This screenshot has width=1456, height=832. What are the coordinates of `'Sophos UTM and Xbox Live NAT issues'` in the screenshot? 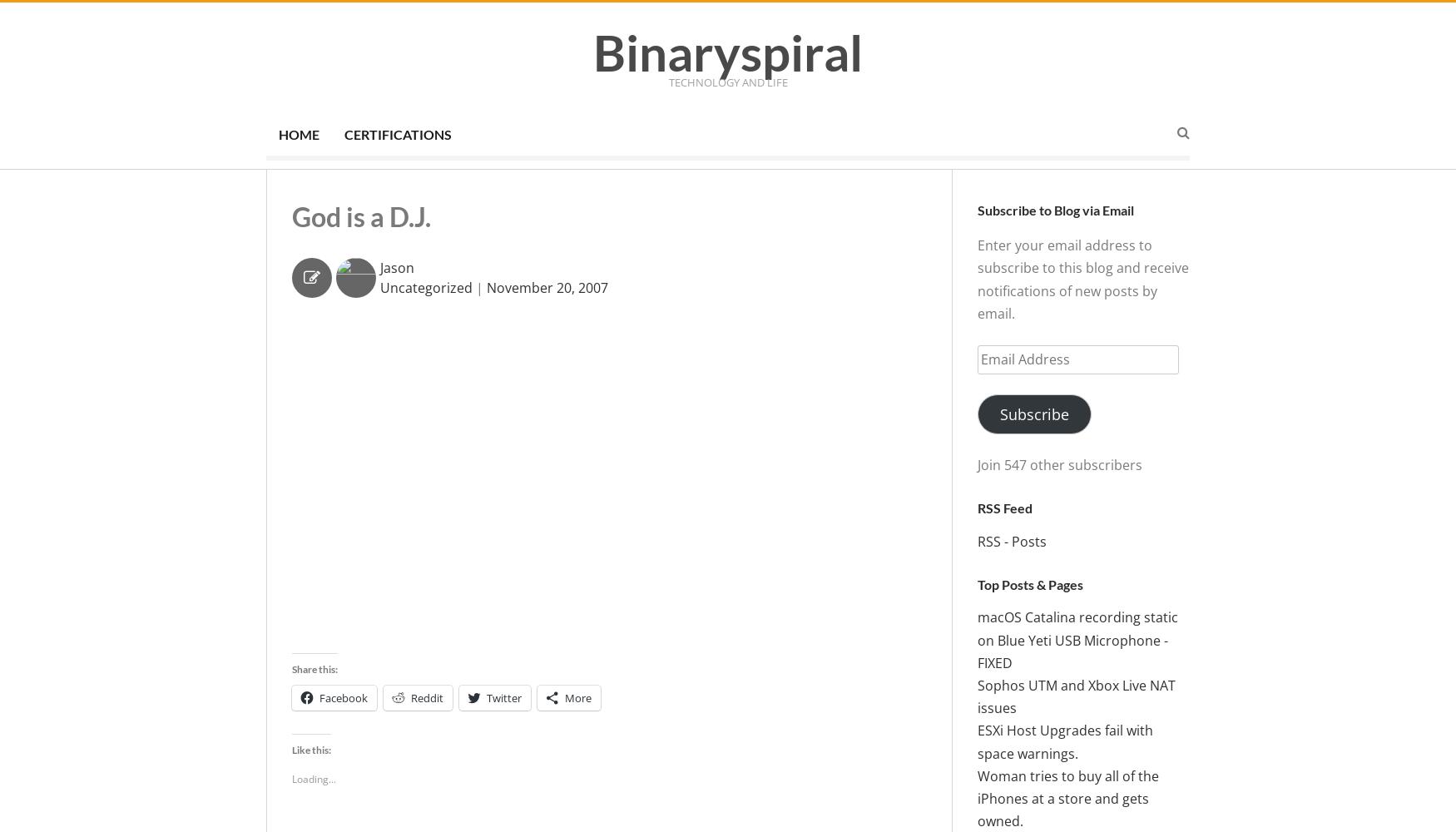 It's located at (1075, 696).